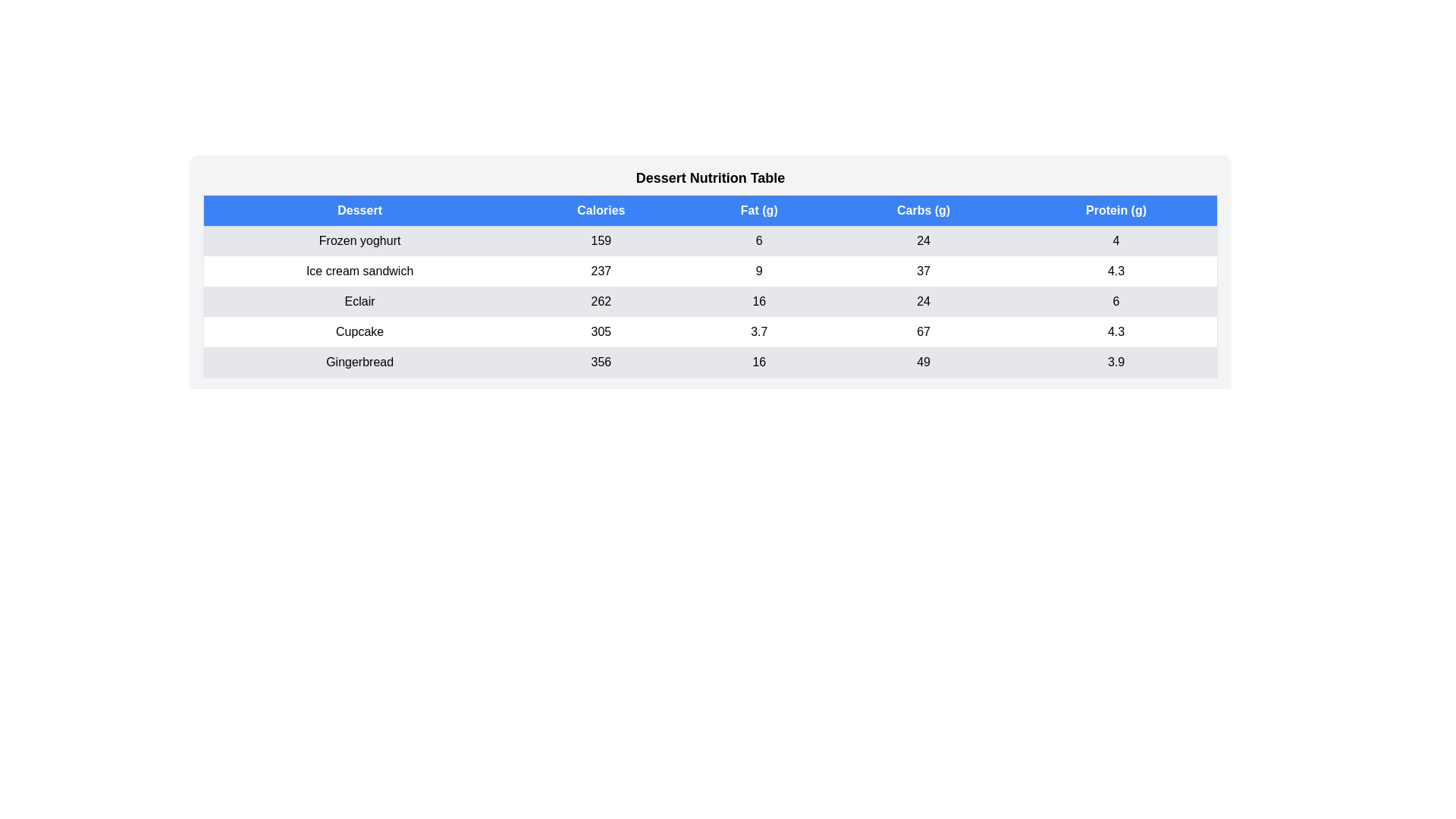 This screenshot has height=819, width=1456. I want to click on the row corresponding to Cupcake, so click(709, 331).